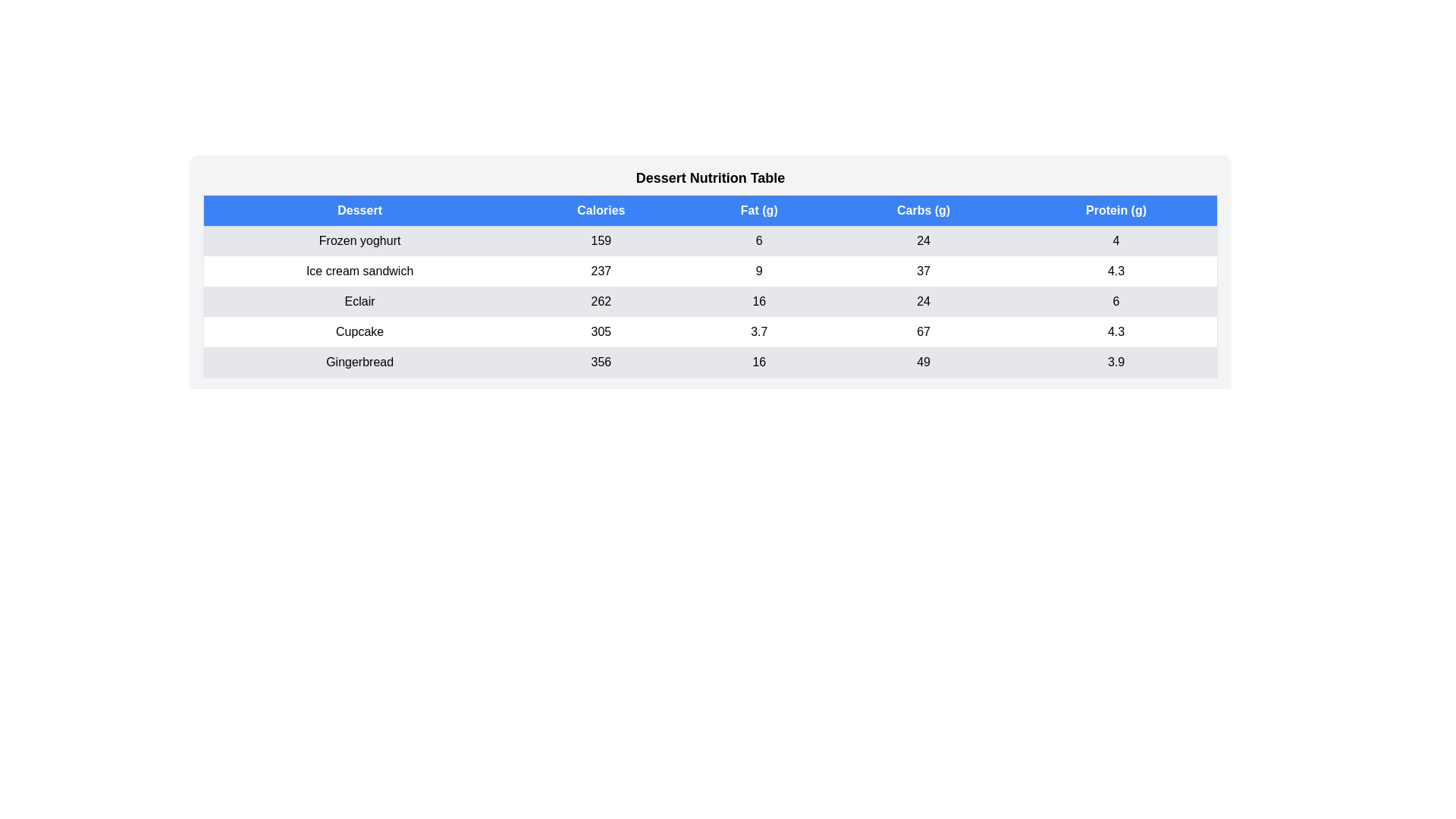 This screenshot has height=819, width=1456. I want to click on the row corresponding to Cupcake, so click(709, 331).